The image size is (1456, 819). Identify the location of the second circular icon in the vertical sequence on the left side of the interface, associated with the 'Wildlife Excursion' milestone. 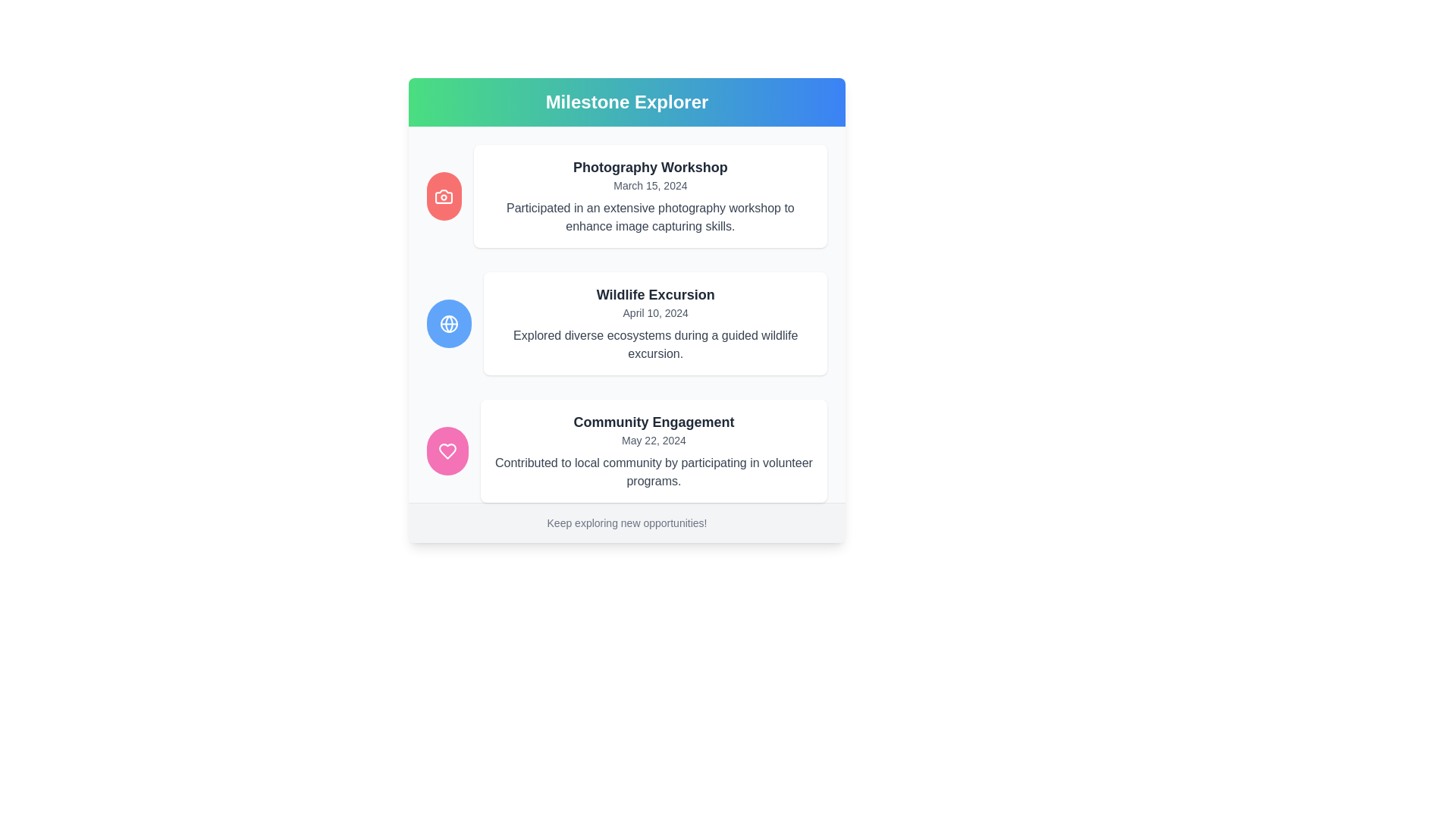
(448, 323).